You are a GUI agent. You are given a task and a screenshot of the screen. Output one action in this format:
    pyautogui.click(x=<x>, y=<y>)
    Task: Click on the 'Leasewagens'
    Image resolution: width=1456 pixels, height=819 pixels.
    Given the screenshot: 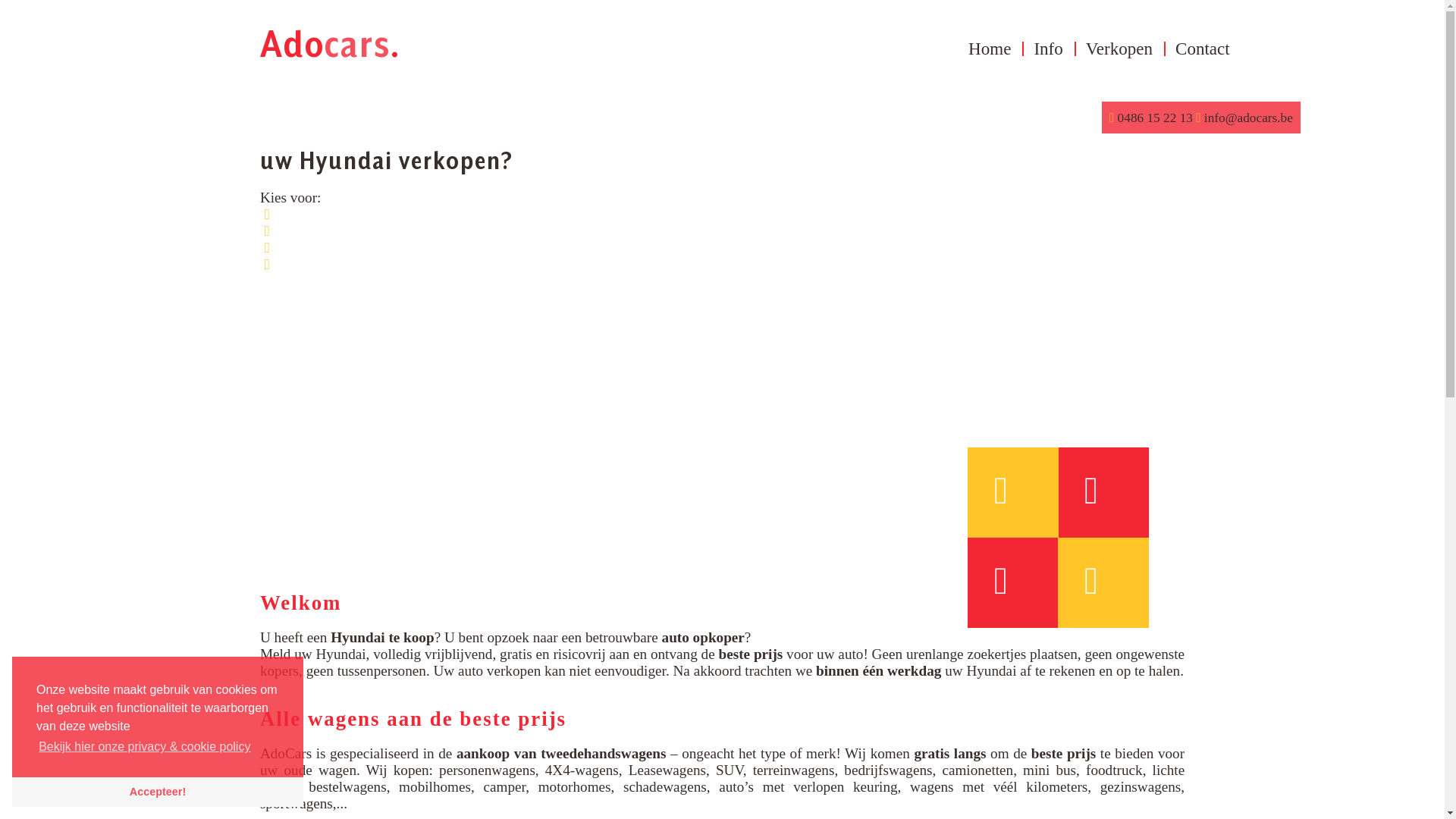 What is the action you would take?
    pyautogui.click(x=629, y=770)
    